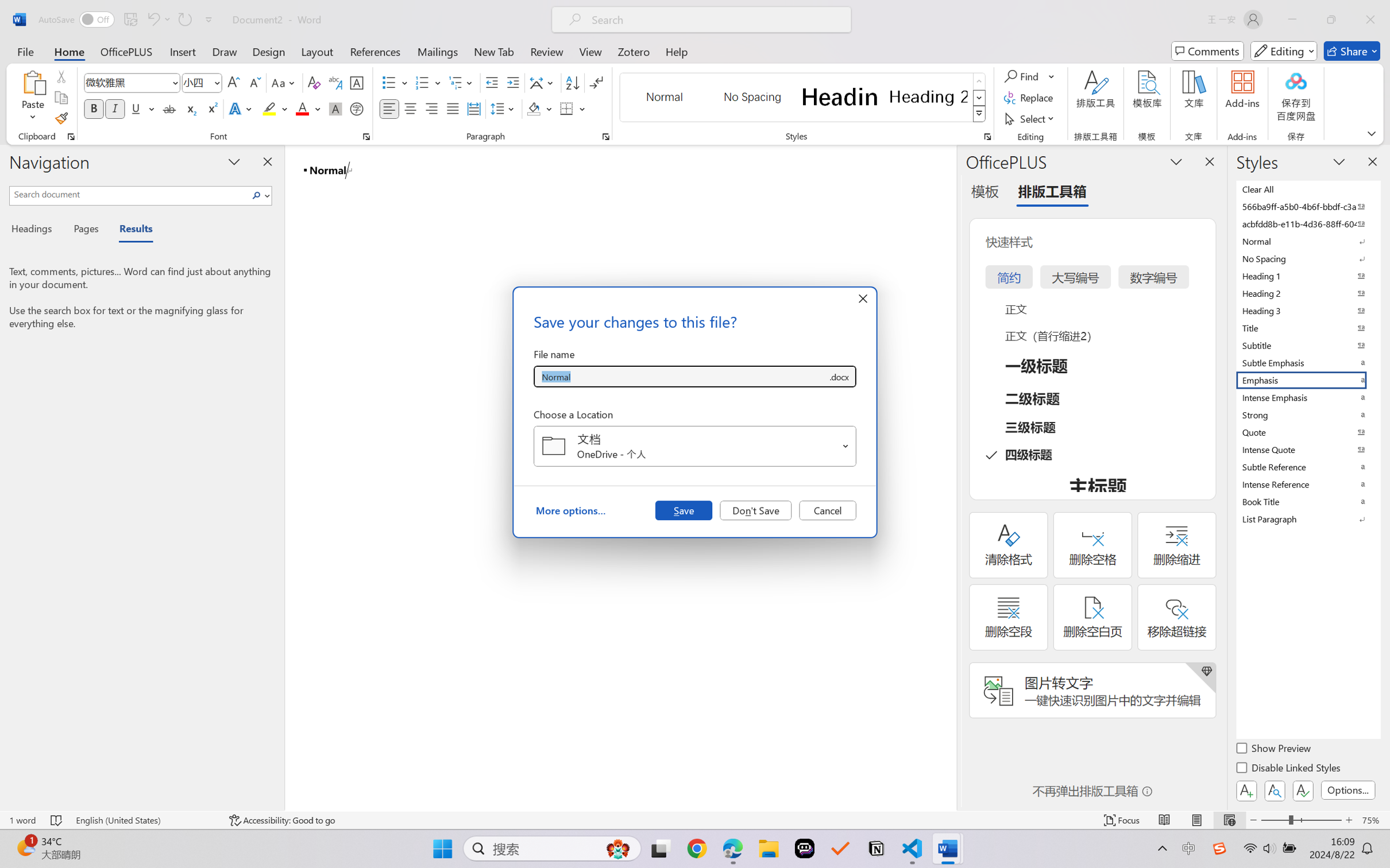 This screenshot has height=868, width=1390. What do you see at coordinates (1307, 258) in the screenshot?
I see `'No Spacing'` at bounding box center [1307, 258].